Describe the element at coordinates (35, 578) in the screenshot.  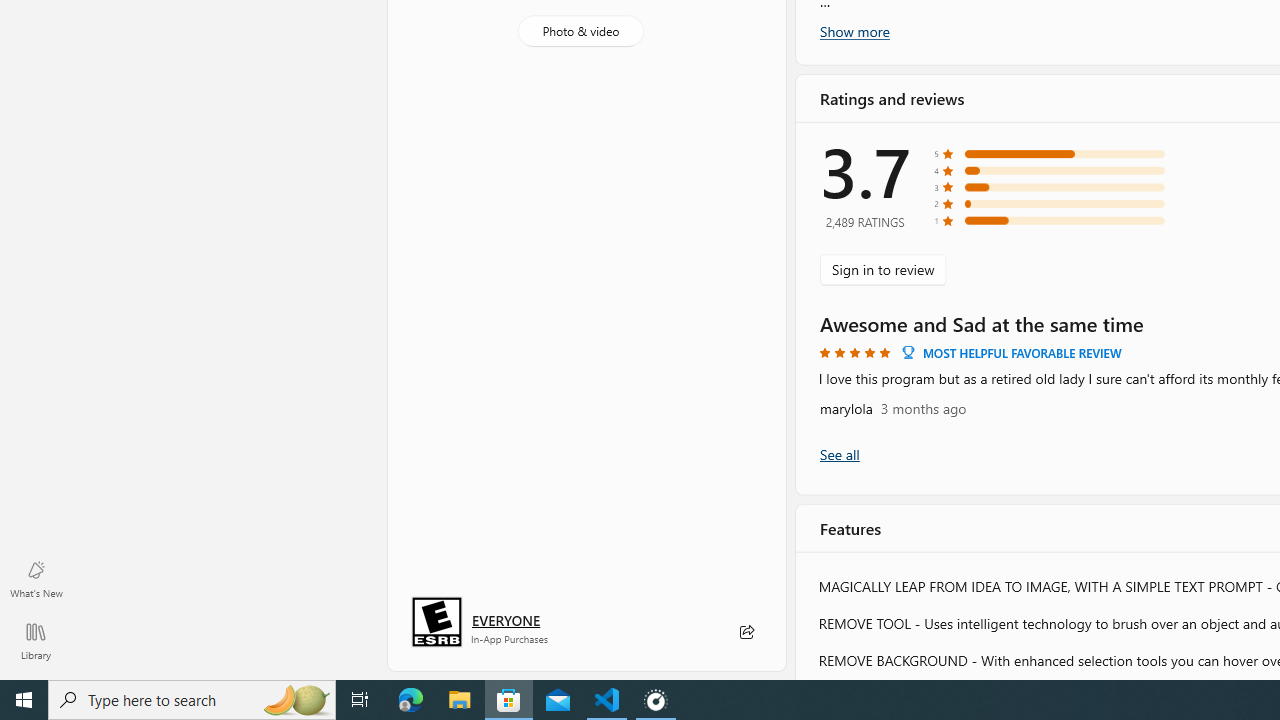
I see `'What'` at that location.